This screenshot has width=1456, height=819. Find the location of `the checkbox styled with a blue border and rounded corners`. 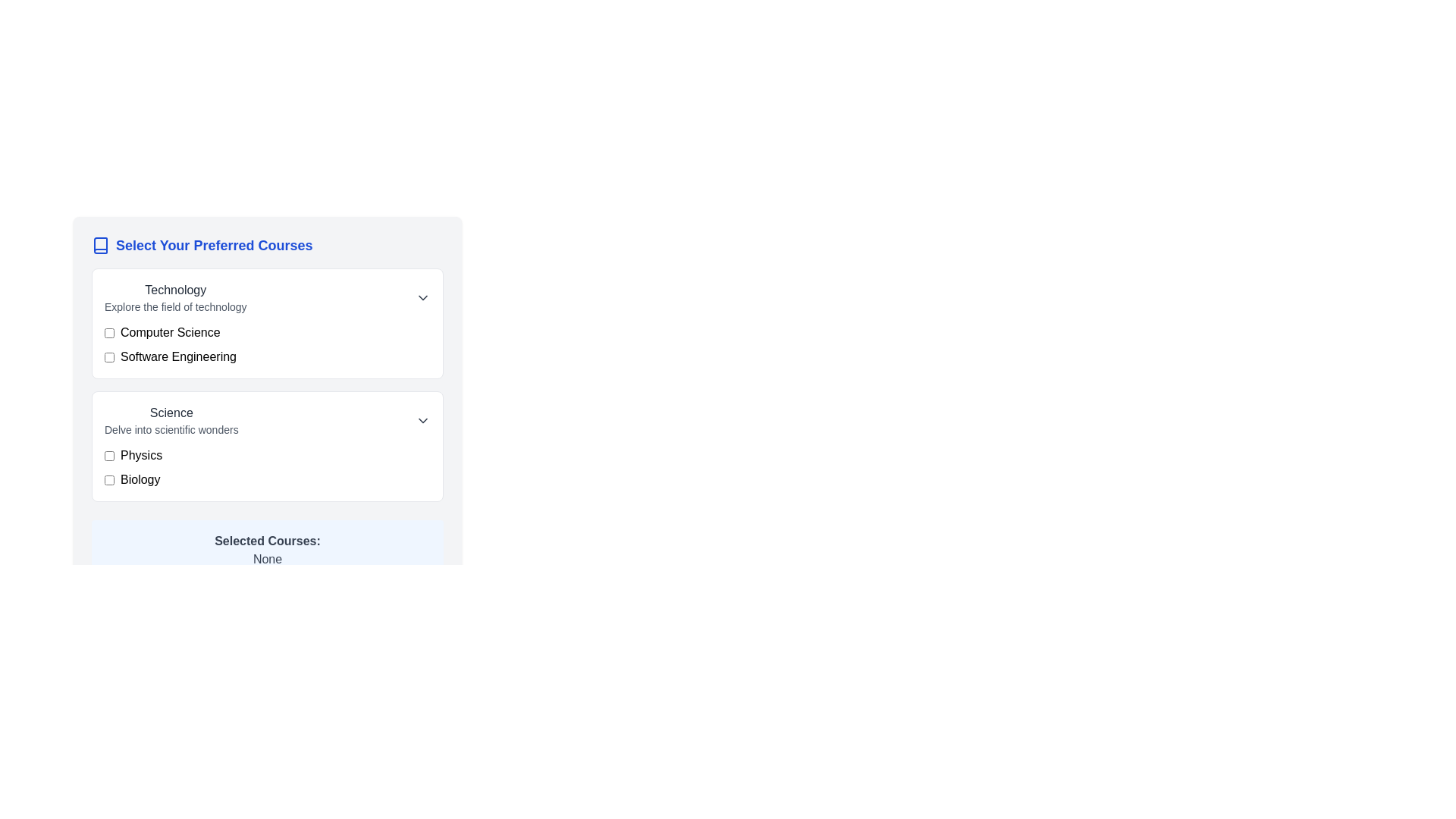

the checkbox styled with a blue border and rounded corners is located at coordinates (108, 455).